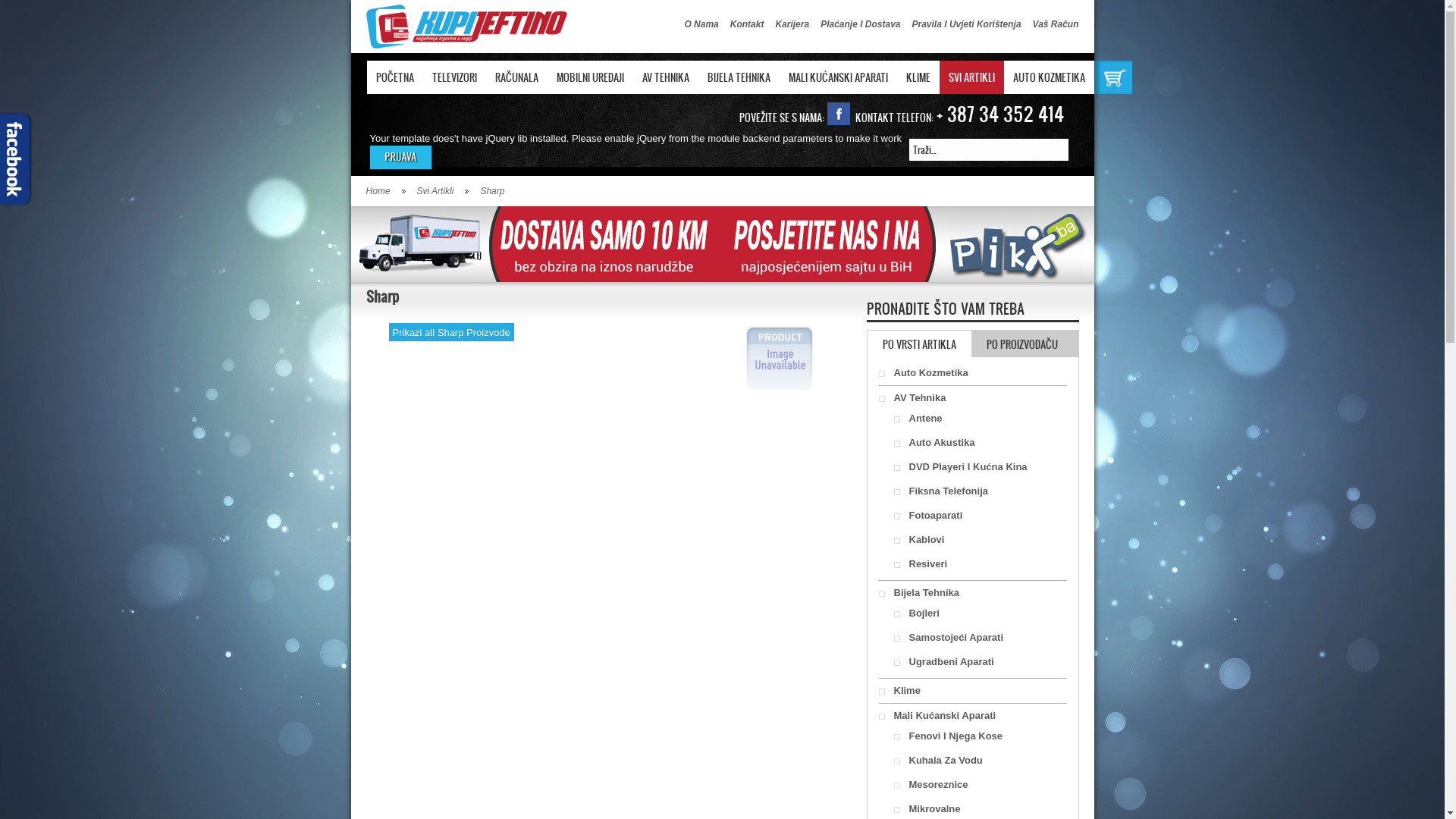 The width and height of the screenshot is (1456, 819). Describe the element at coordinates (979, 442) in the screenshot. I see `'Auto Akustika'` at that location.